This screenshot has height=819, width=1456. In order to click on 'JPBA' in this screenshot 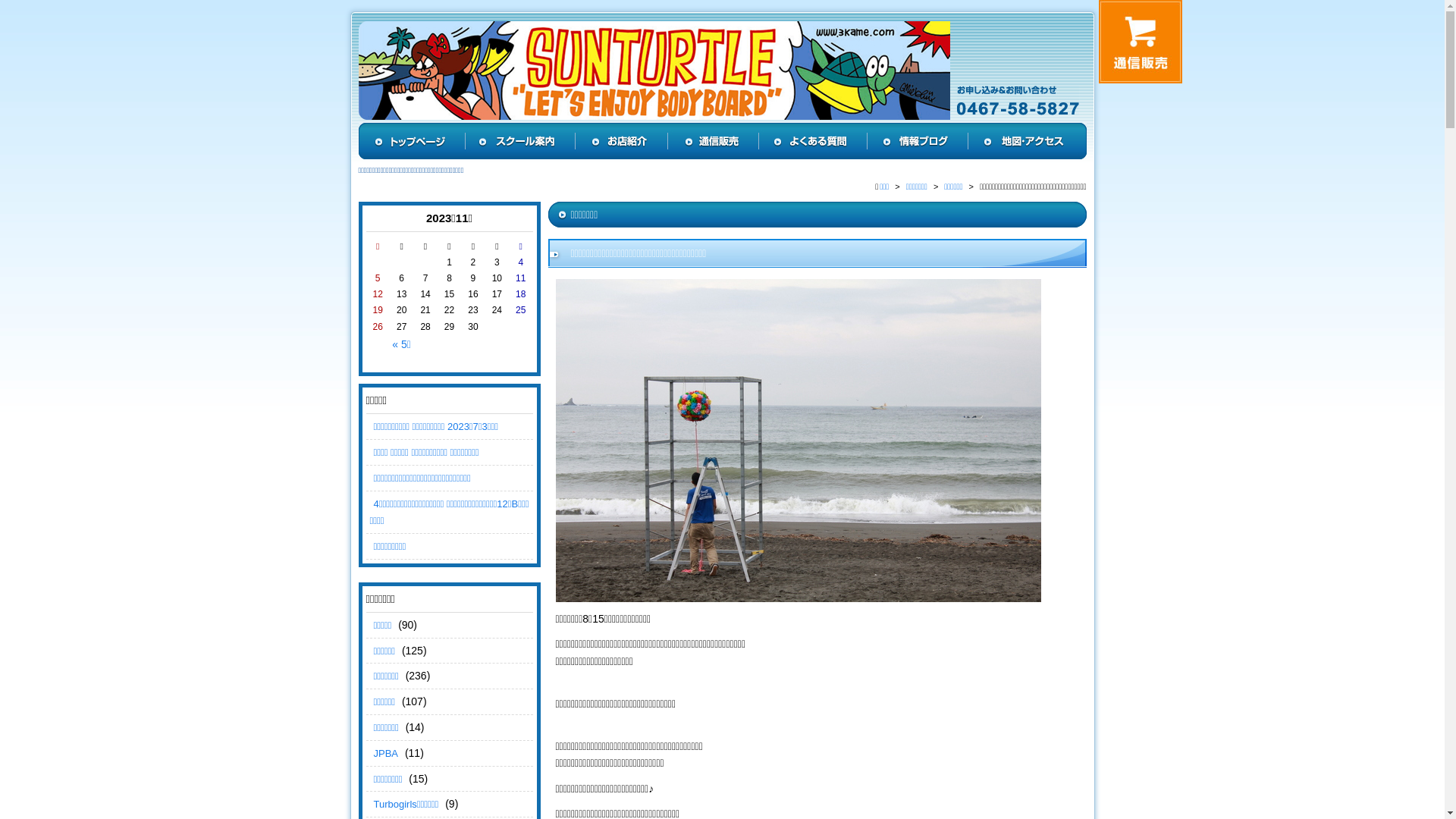, I will do `click(386, 753)`.